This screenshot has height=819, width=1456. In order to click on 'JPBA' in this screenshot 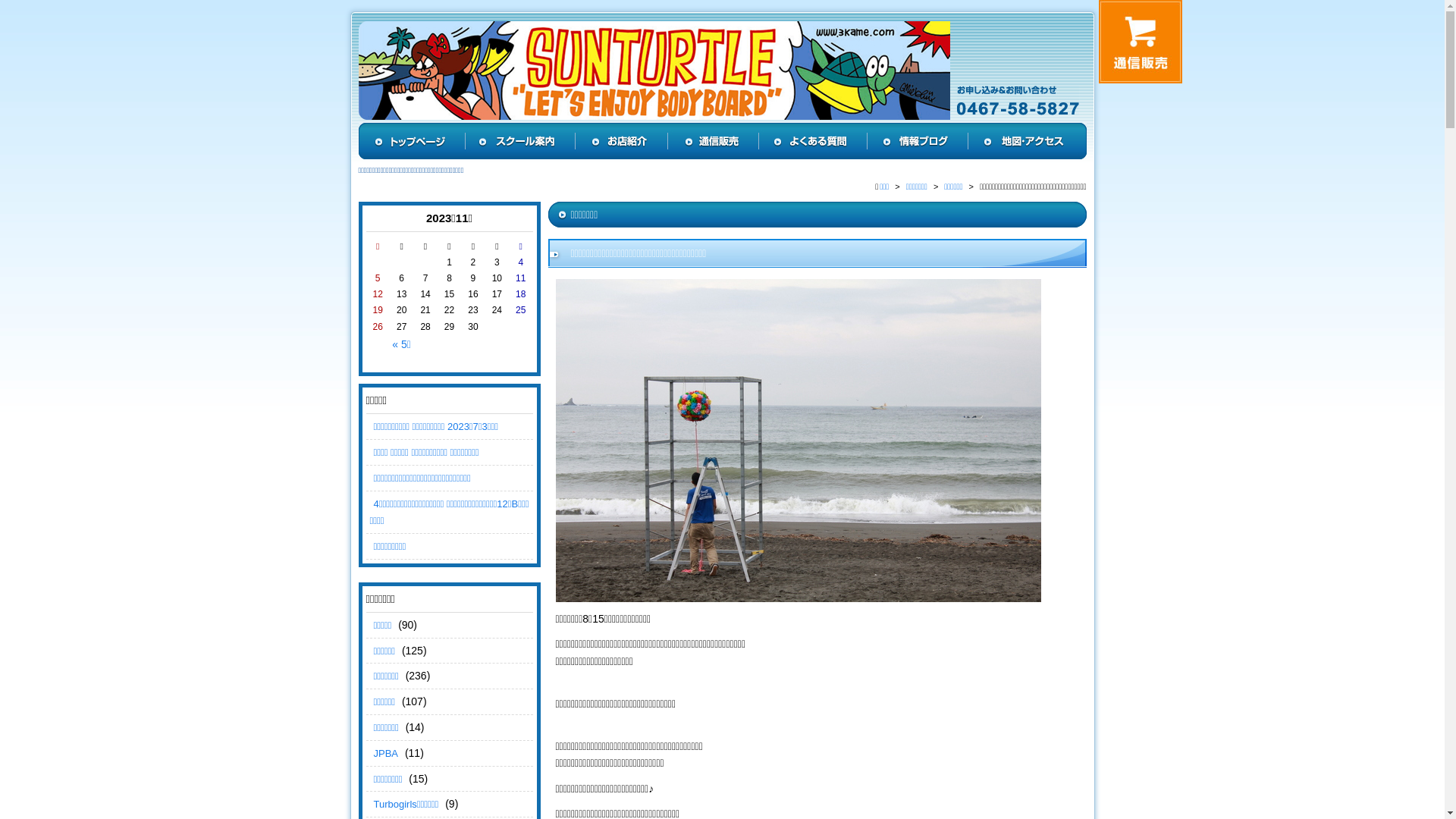, I will do `click(386, 753)`.